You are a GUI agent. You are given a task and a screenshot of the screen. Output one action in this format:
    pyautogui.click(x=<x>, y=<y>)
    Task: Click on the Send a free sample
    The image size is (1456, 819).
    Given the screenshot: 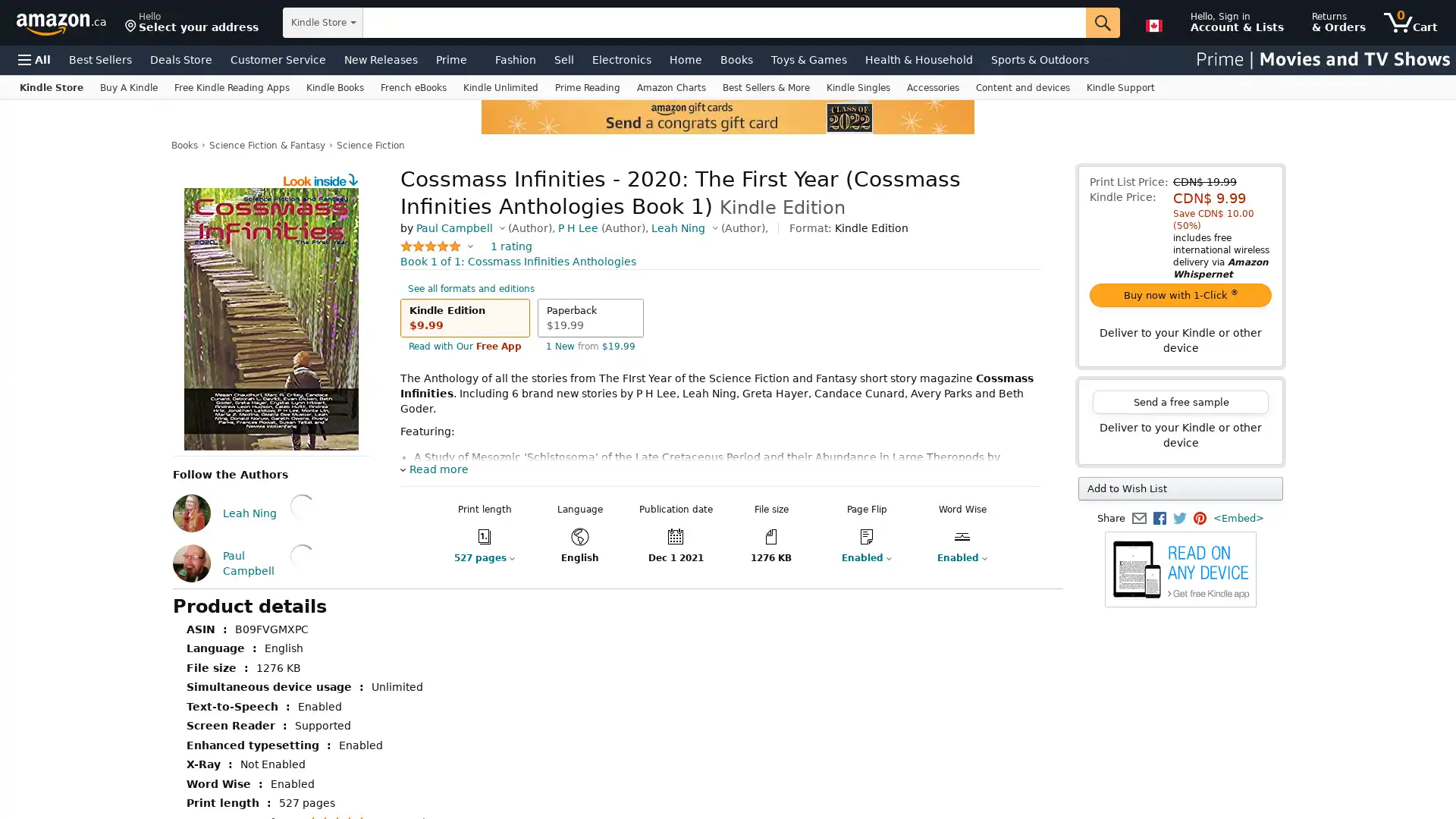 What is the action you would take?
    pyautogui.click(x=1179, y=401)
    